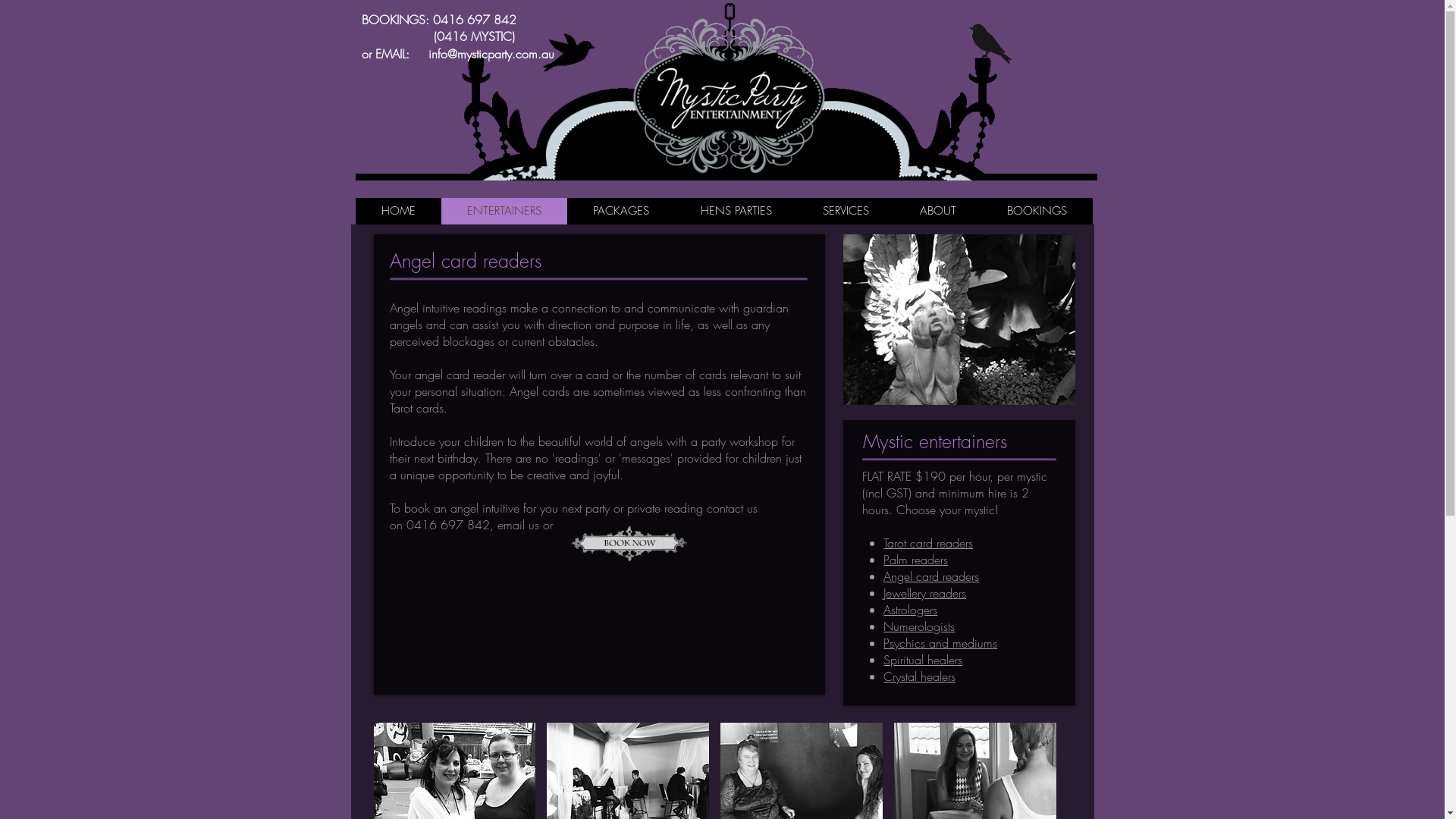 The width and height of the screenshot is (1456, 819). I want to click on 'SERVICES', so click(846, 211).